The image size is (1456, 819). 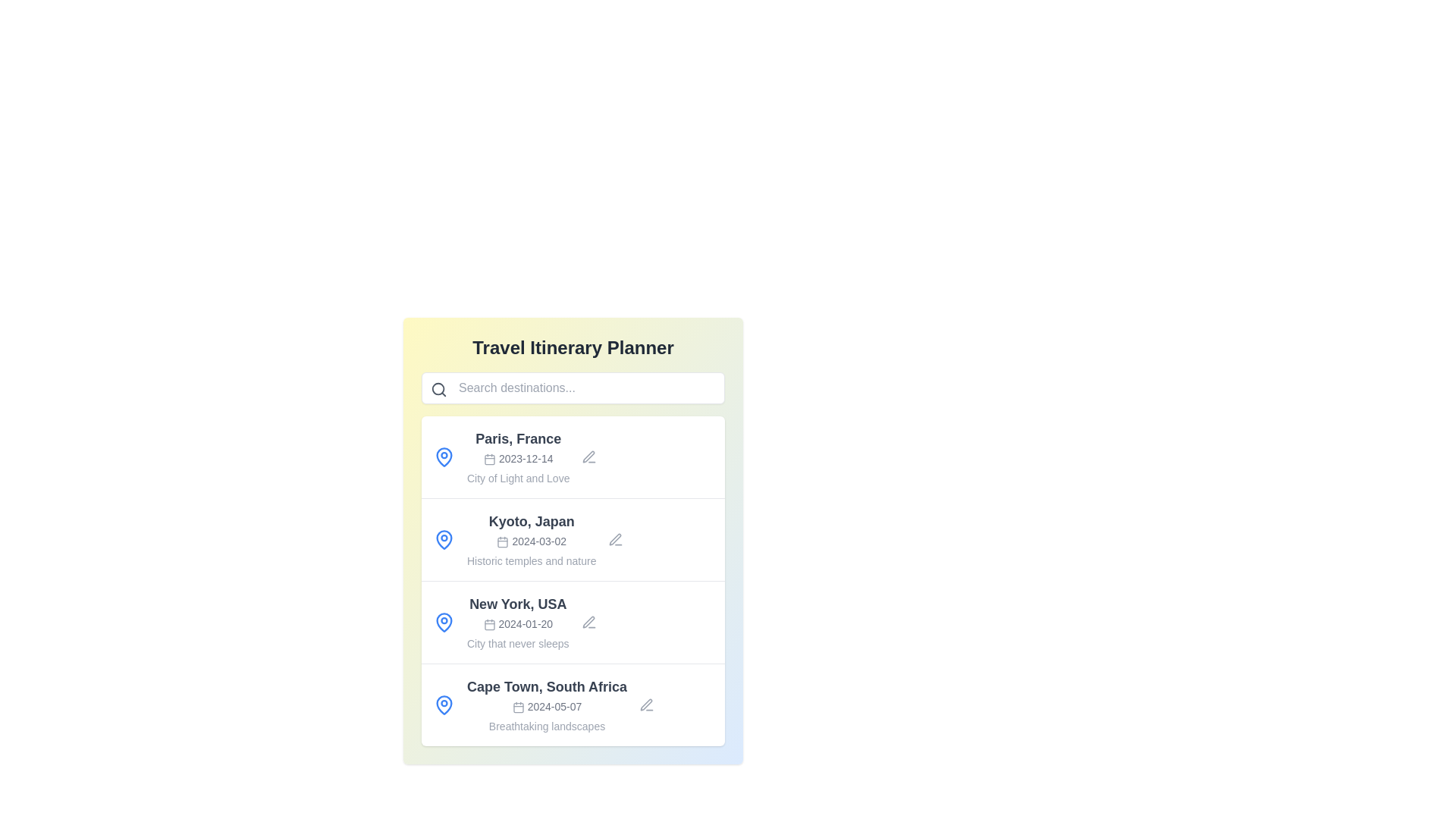 What do you see at coordinates (503, 541) in the screenshot?
I see `the calendar icon positioned beside the date '2024-03-02' in the 'Kyoto, Japan' list item` at bounding box center [503, 541].